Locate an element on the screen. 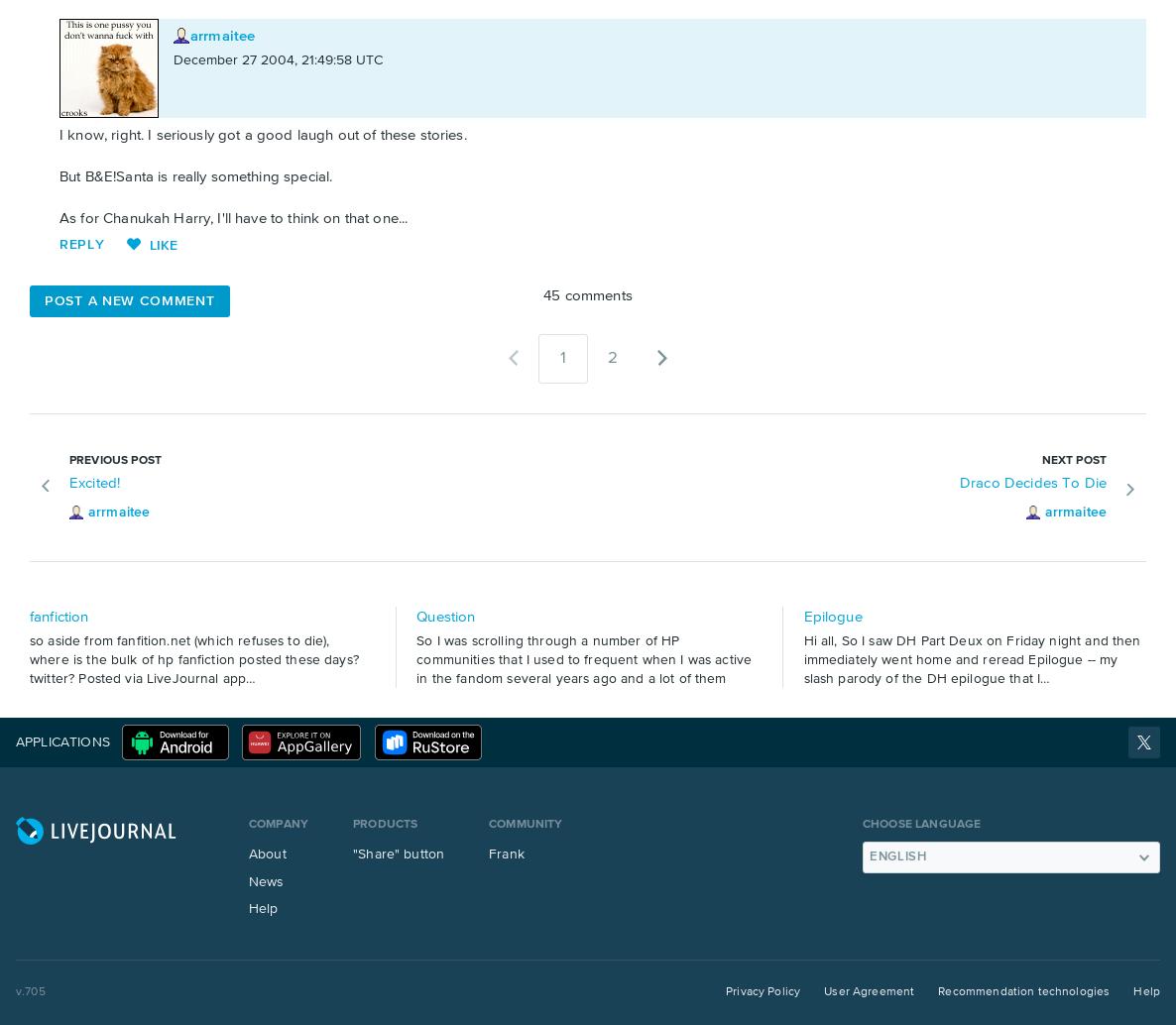 This screenshot has width=1176, height=1025. 'Reply' is located at coordinates (81, 243).